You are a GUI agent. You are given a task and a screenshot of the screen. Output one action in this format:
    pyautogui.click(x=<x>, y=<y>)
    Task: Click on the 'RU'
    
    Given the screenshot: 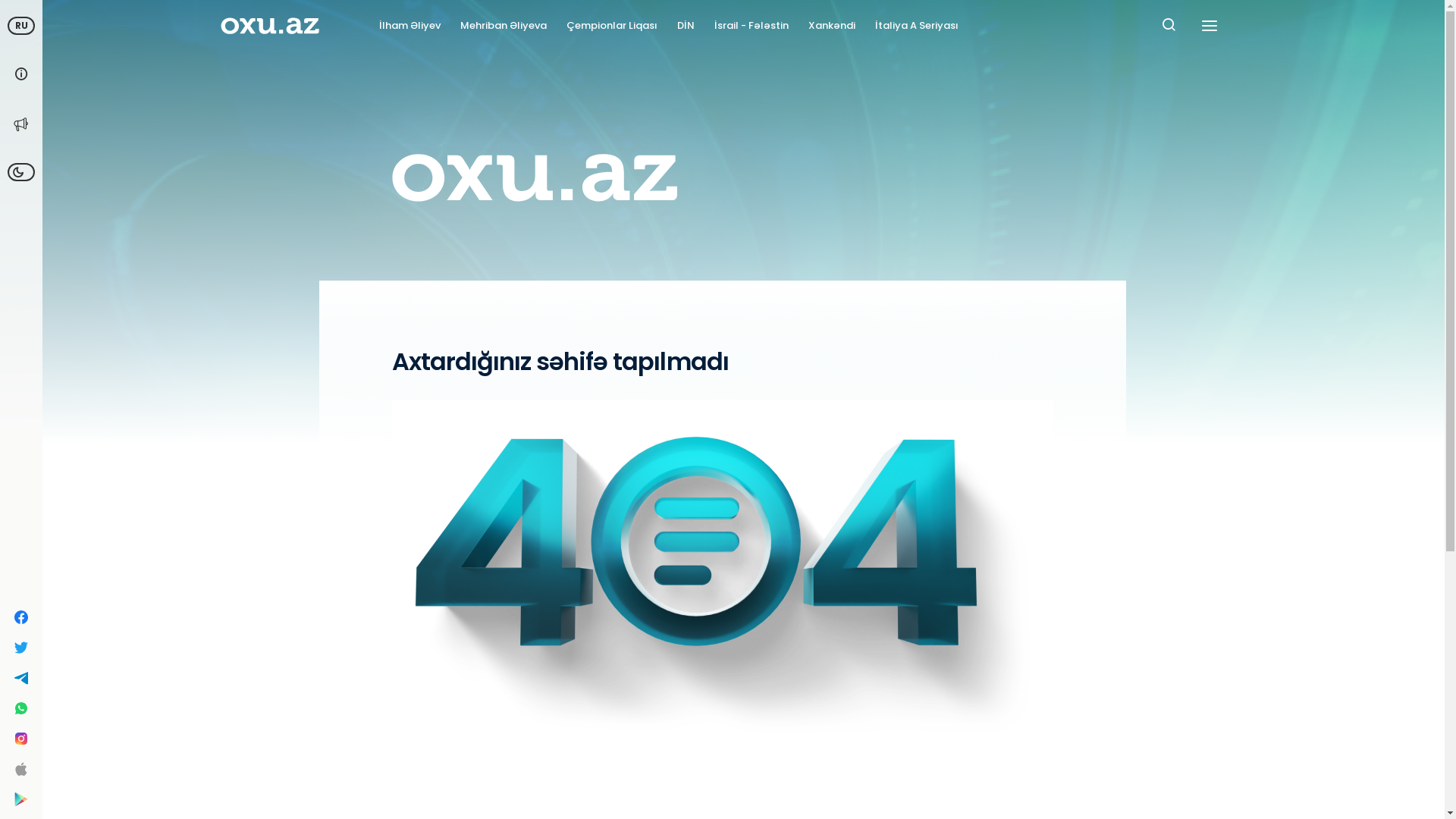 What is the action you would take?
    pyautogui.click(x=7, y=26)
    